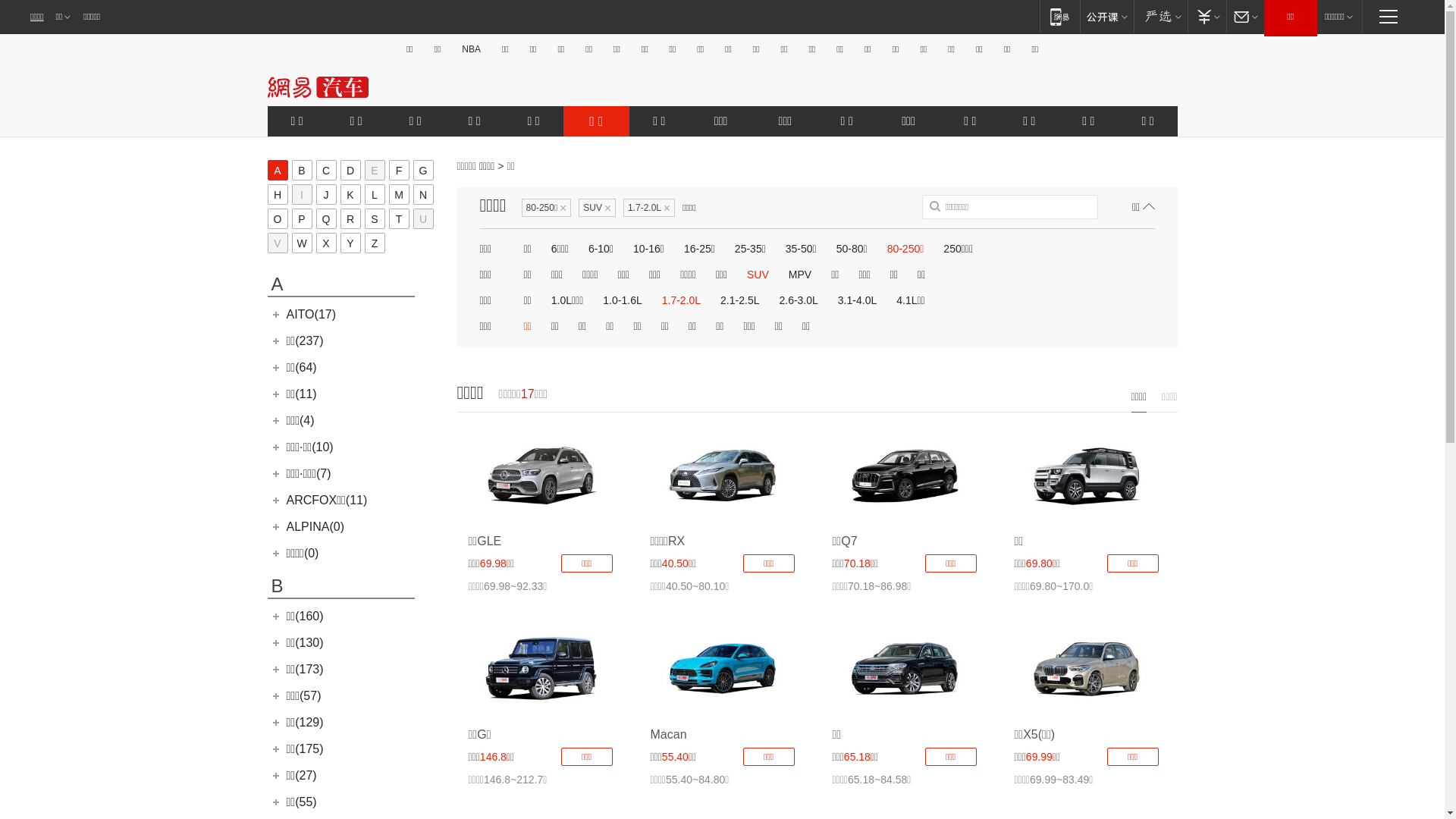 This screenshot has height=819, width=1456. I want to click on 'P', so click(301, 218).